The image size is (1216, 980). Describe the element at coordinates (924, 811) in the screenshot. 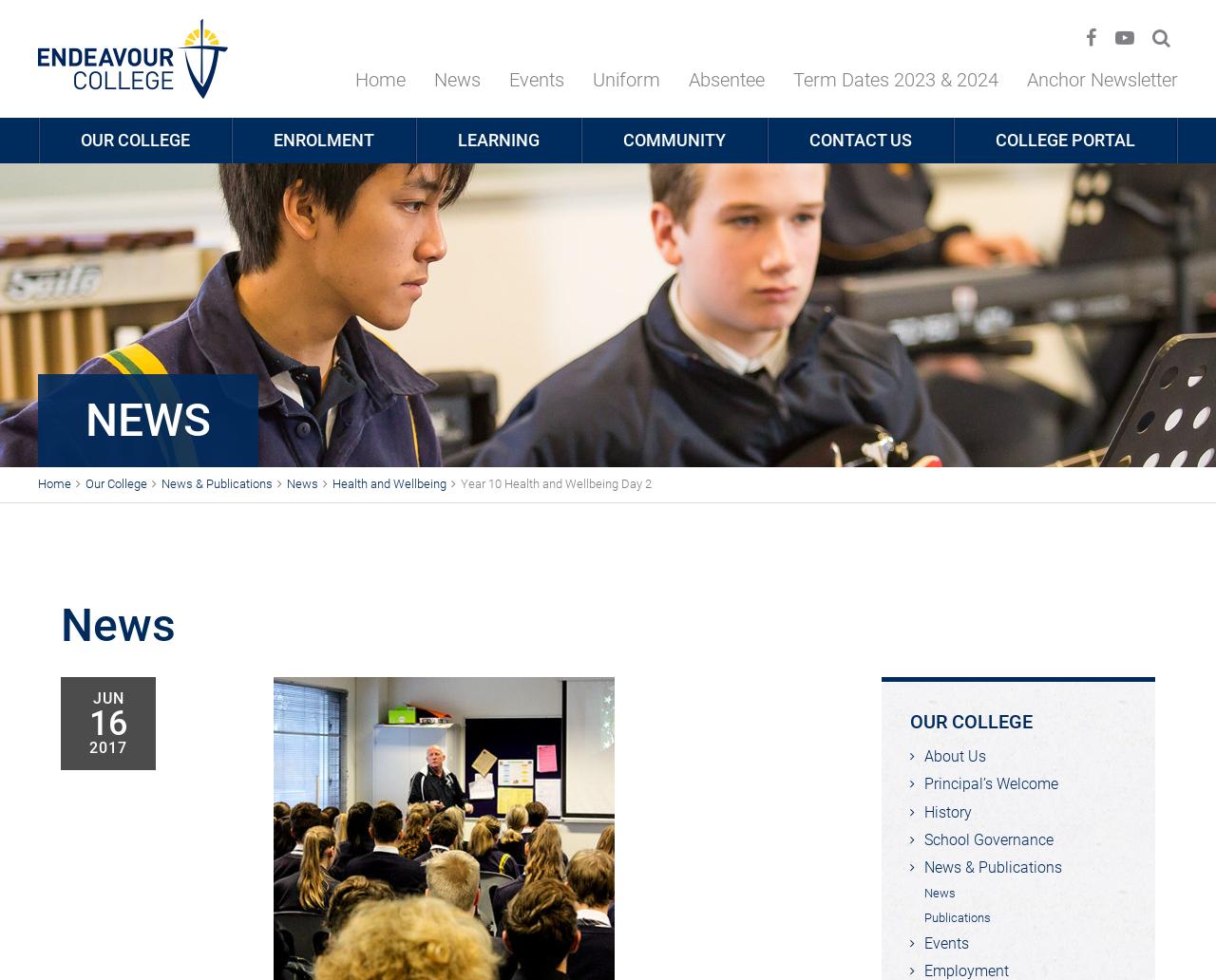

I see `'History'` at that location.